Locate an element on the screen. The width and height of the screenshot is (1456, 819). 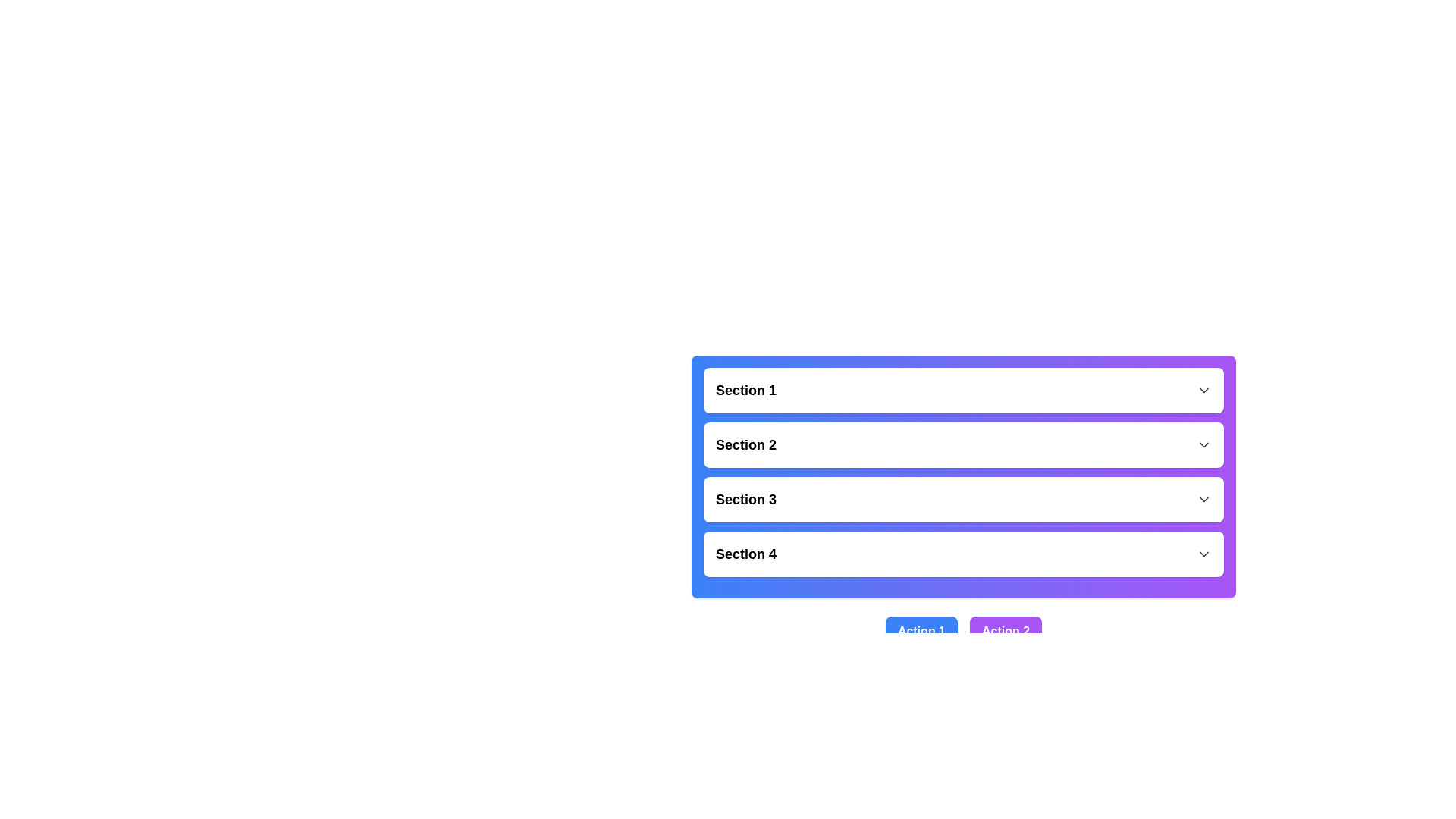
the Text Label that indicates the title of the first section in the vertical list, which is aligned to the left and has an icon on the far right is located at coordinates (745, 390).